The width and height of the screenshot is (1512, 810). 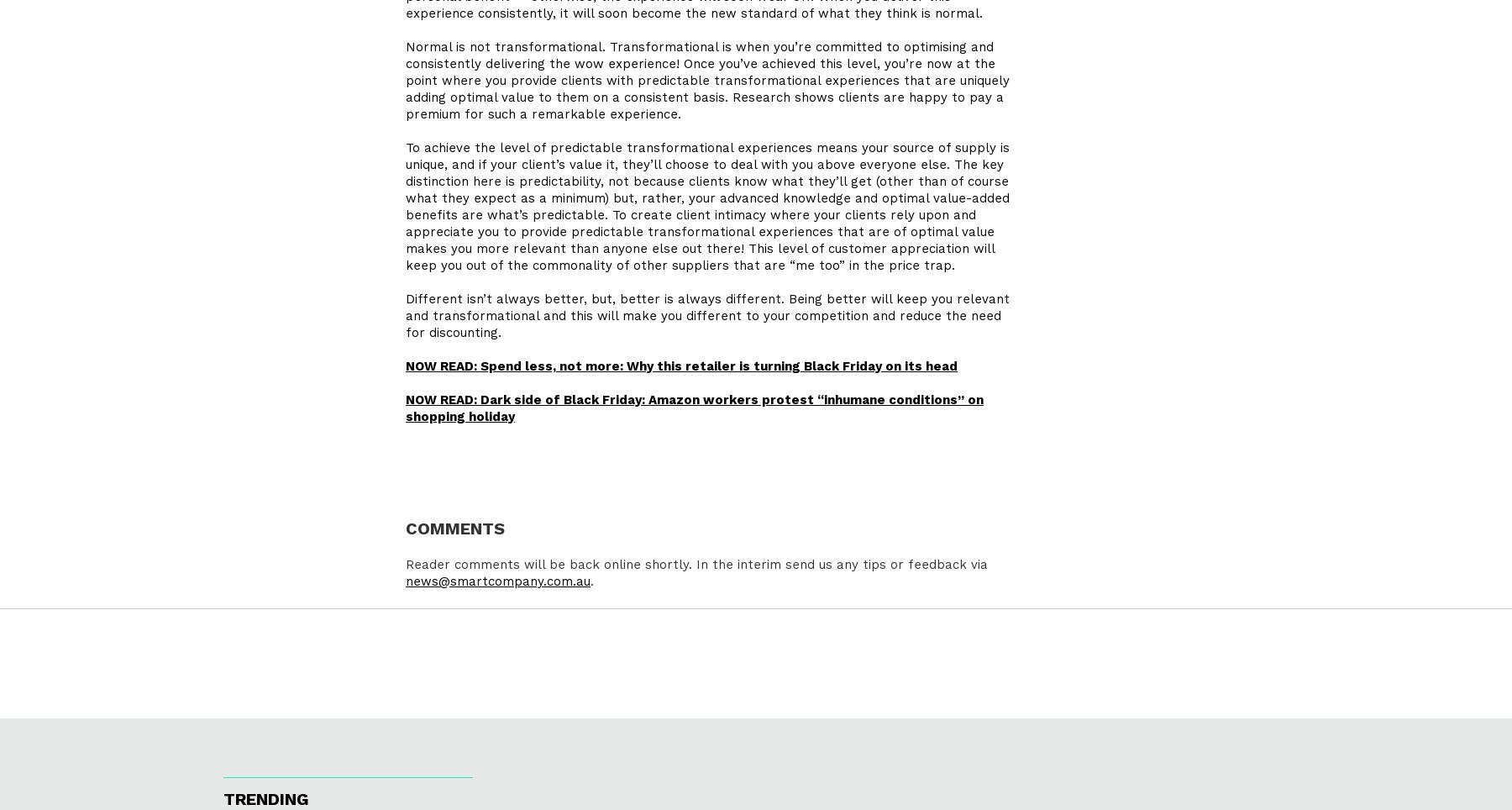 What do you see at coordinates (704, 107) in the screenshot?
I see `'shows clients are happy to pay a premium for such a remarkable experience.'` at bounding box center [704, 107].